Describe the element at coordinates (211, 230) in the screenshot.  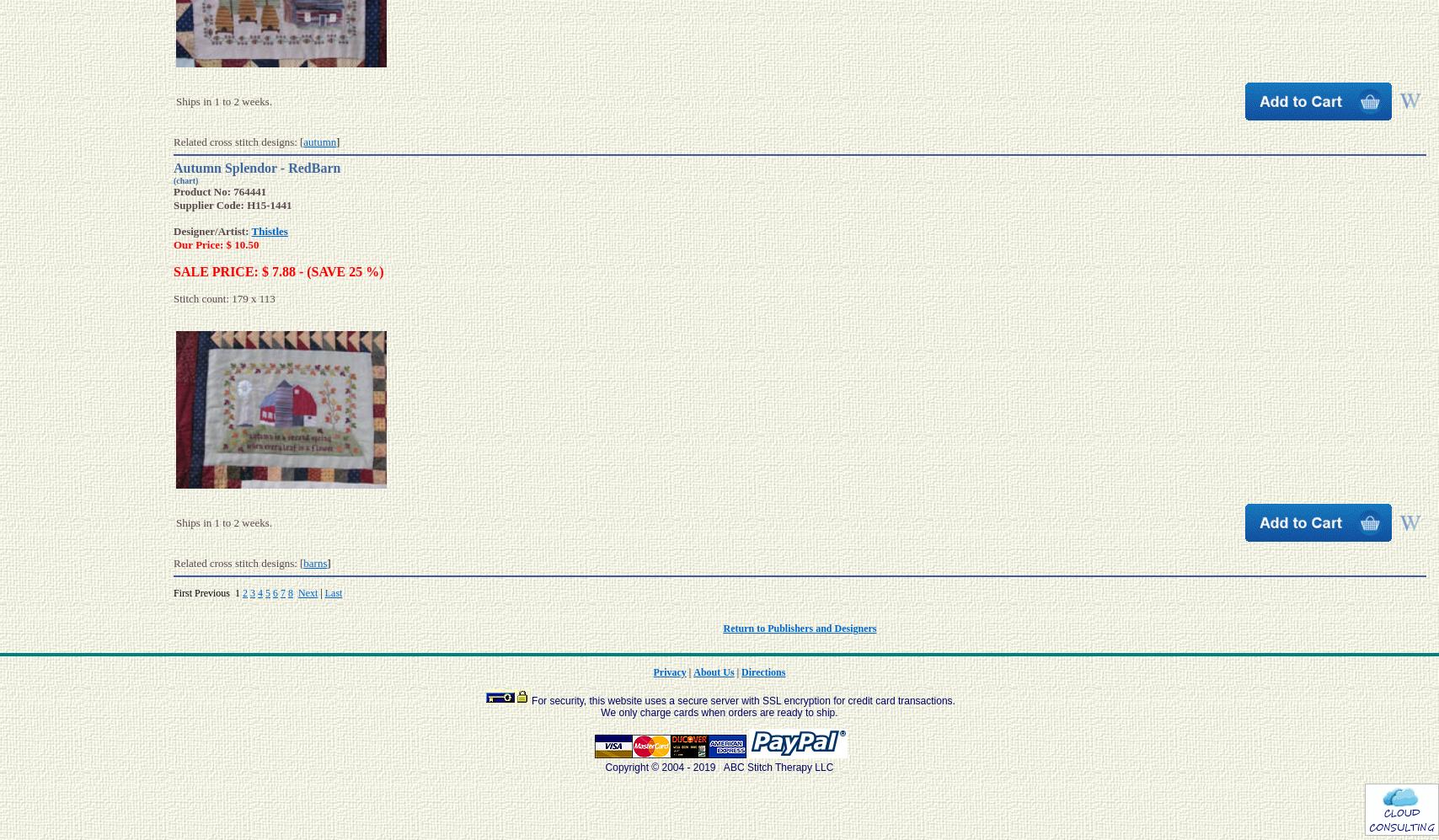
I see `'Designer/Artist:'` at that location.